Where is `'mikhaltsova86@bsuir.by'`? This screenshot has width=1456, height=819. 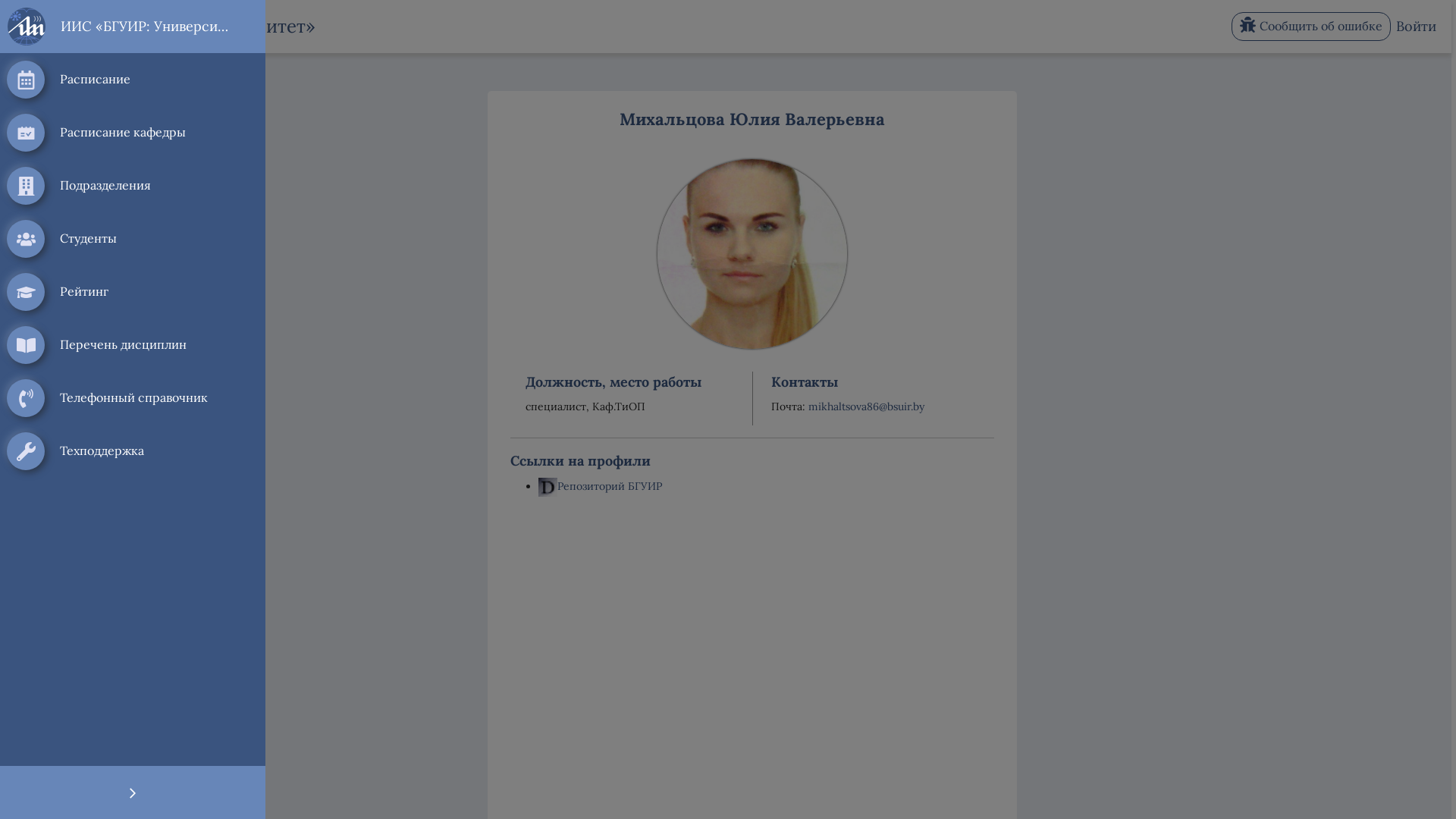 'mikhaltsova86@bsuir.by' is located at coordinates (866, 406).